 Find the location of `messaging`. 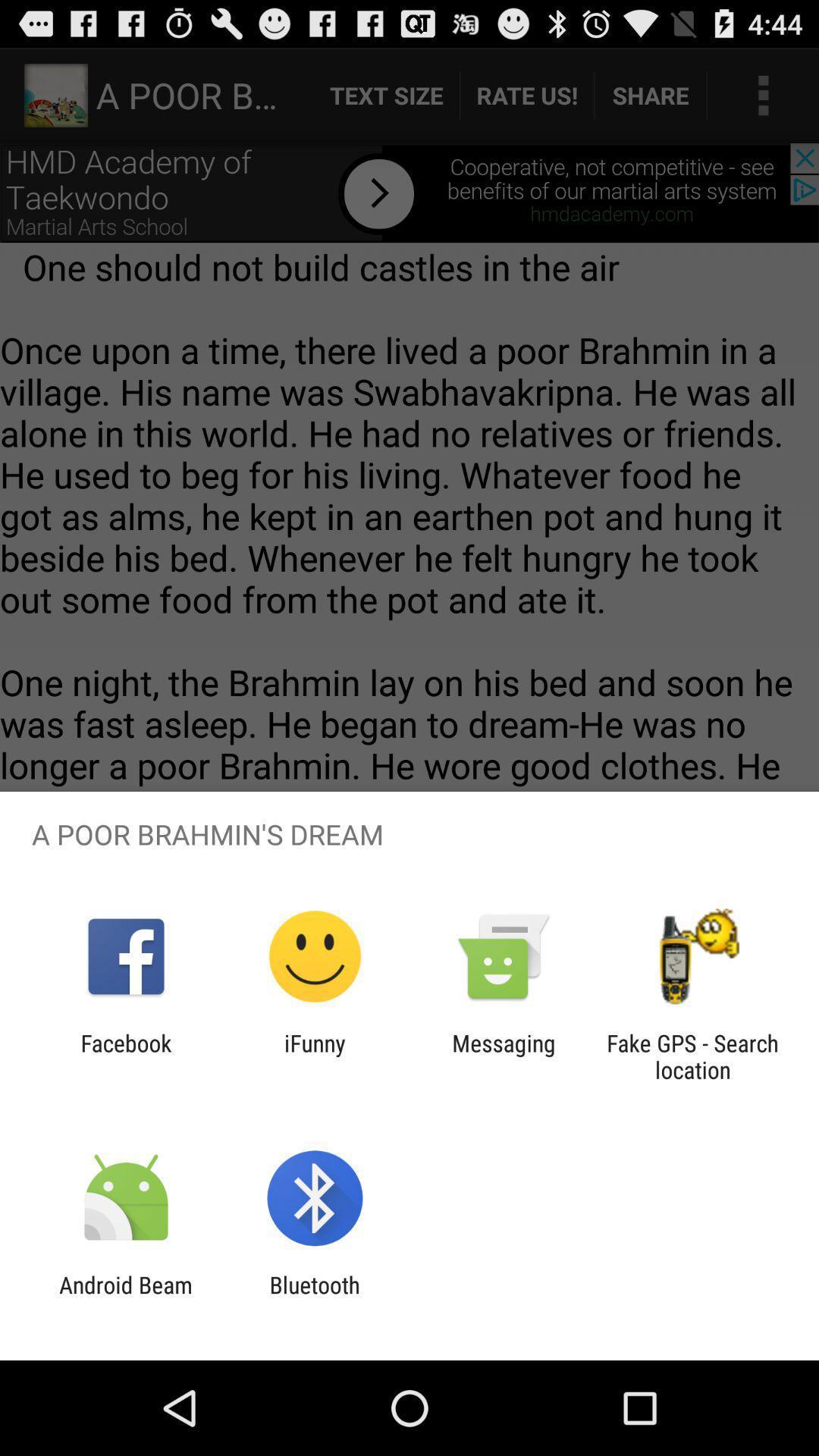

messaging is located at coordinates (504, 1056).